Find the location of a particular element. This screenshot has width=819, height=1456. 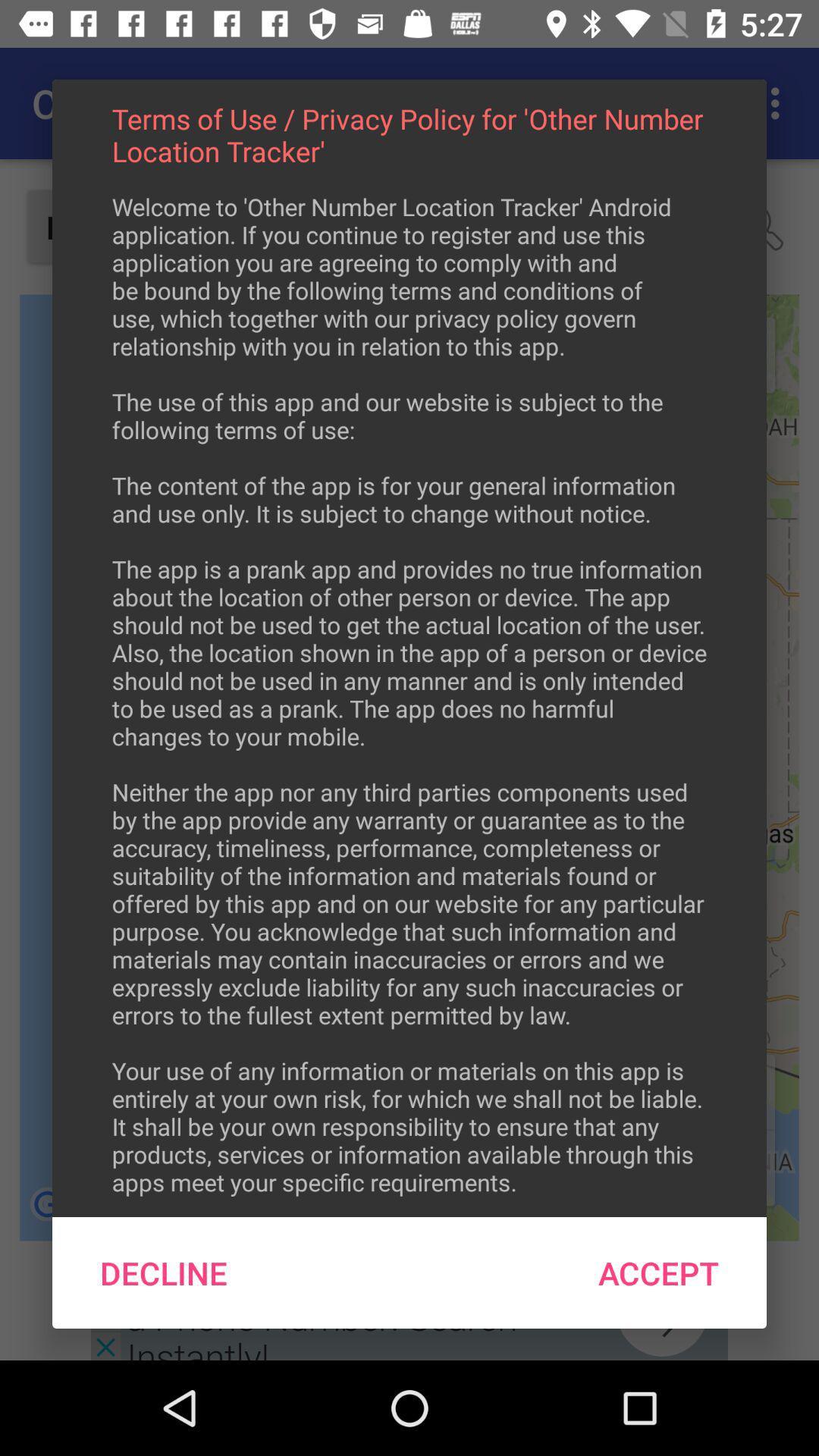

accept at the bottom right corner is located at coordinates (657, 1272).